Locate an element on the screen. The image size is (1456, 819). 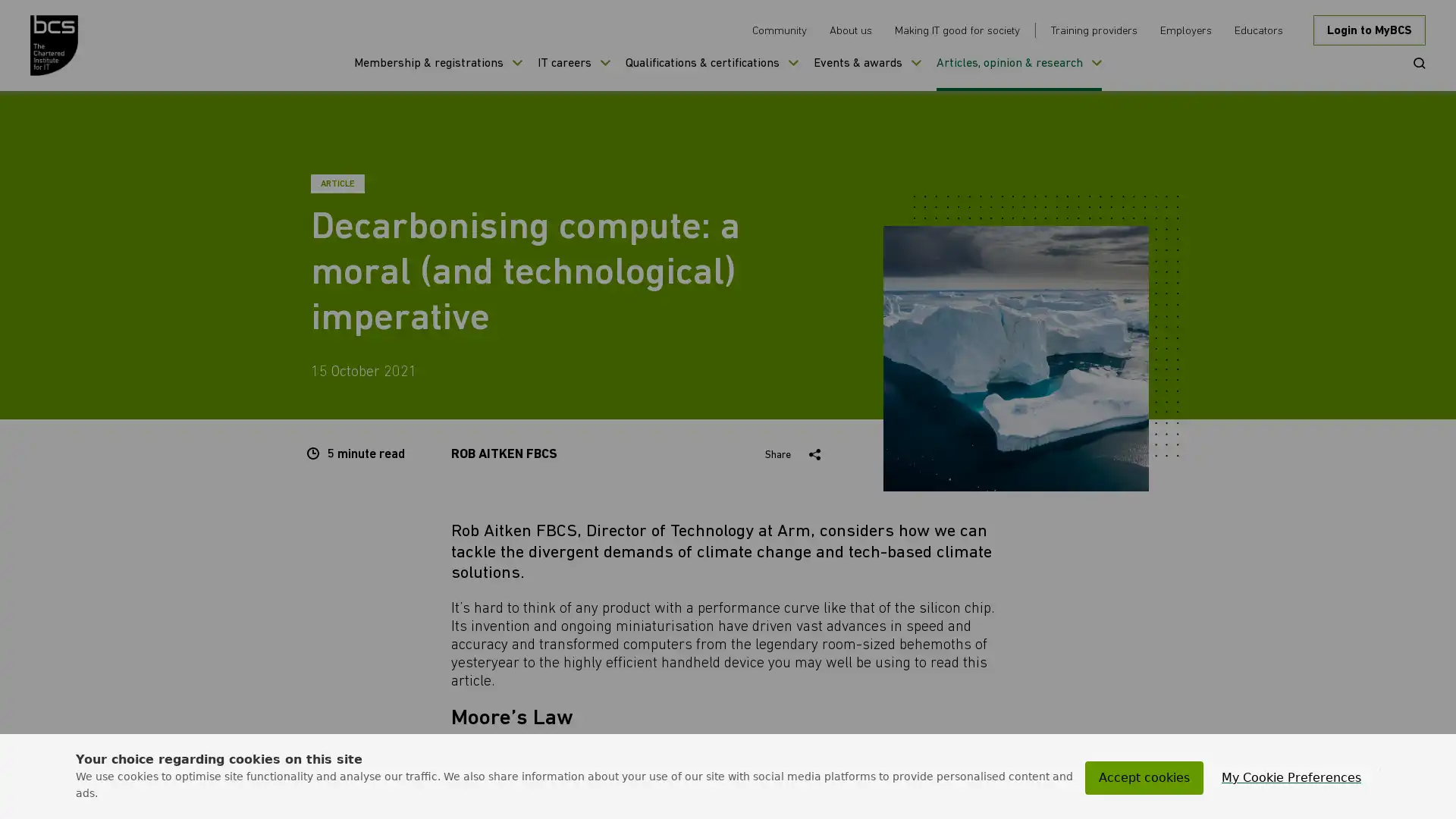
My Cookie Preferences is located at coordinates (1291, 778).